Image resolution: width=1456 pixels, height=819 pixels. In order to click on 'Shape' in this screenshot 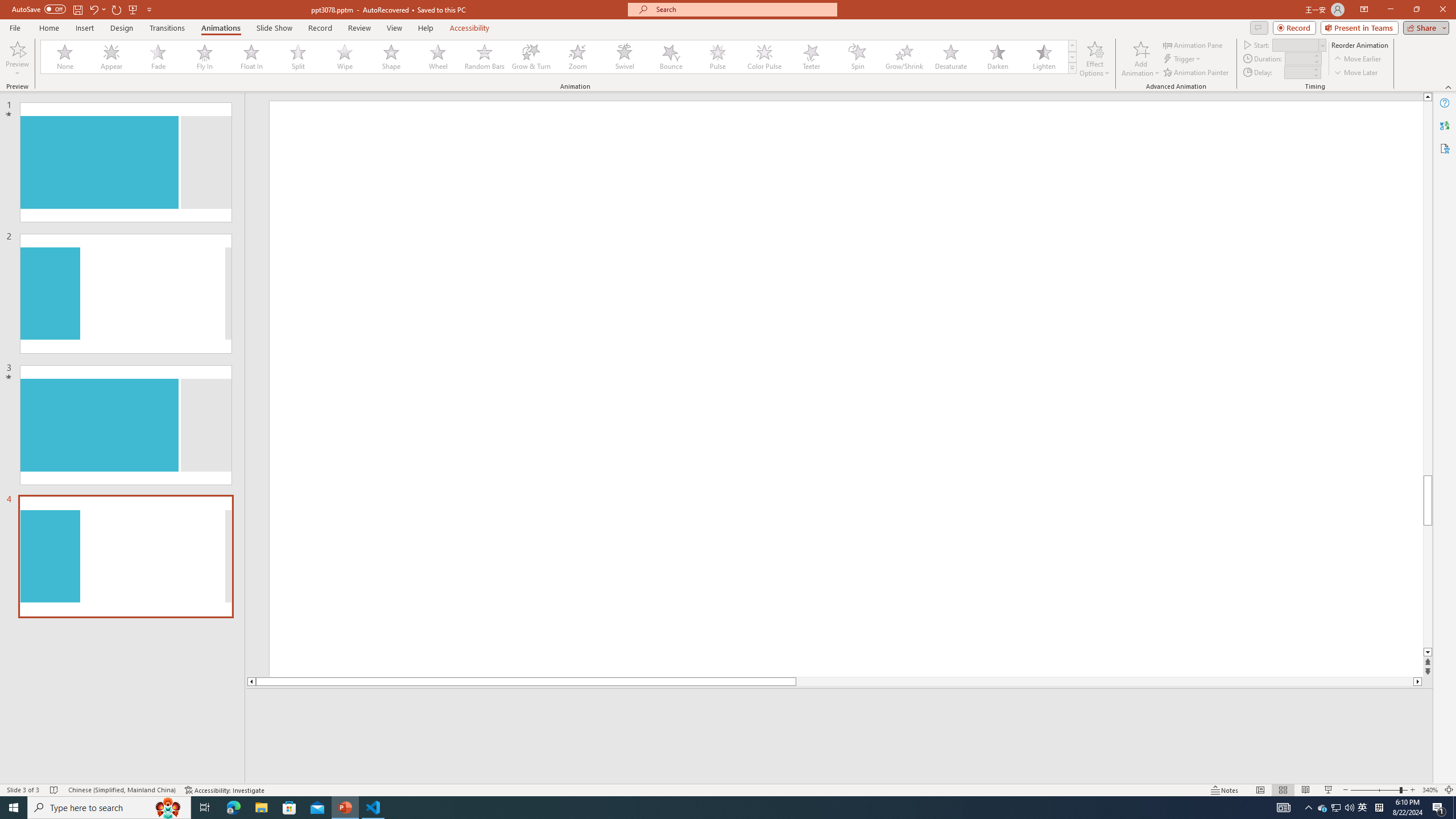, I will do `click(391, 56)`.